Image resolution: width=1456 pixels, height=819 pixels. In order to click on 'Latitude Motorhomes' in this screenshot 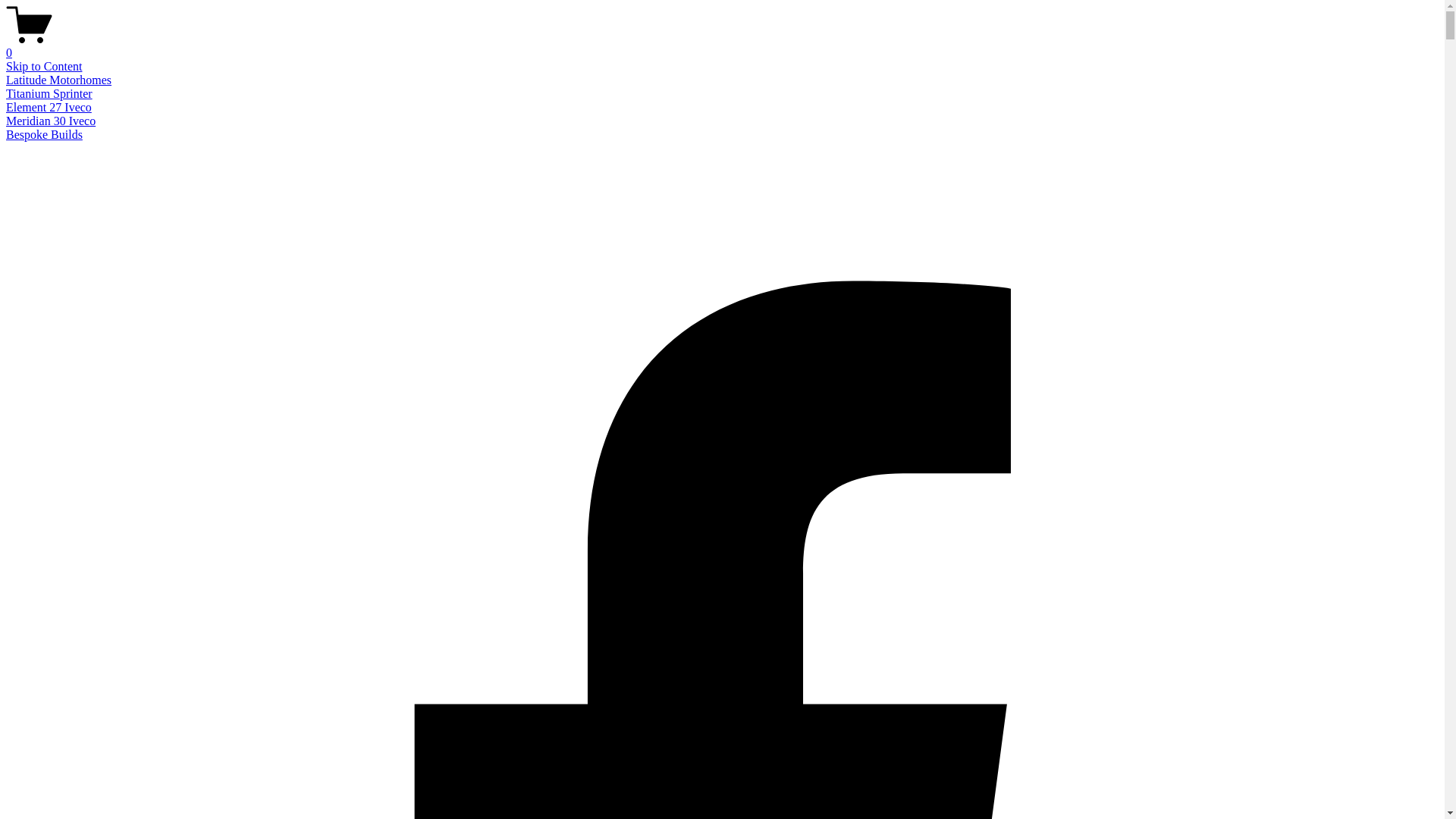, I will do `click(58, 80)`.